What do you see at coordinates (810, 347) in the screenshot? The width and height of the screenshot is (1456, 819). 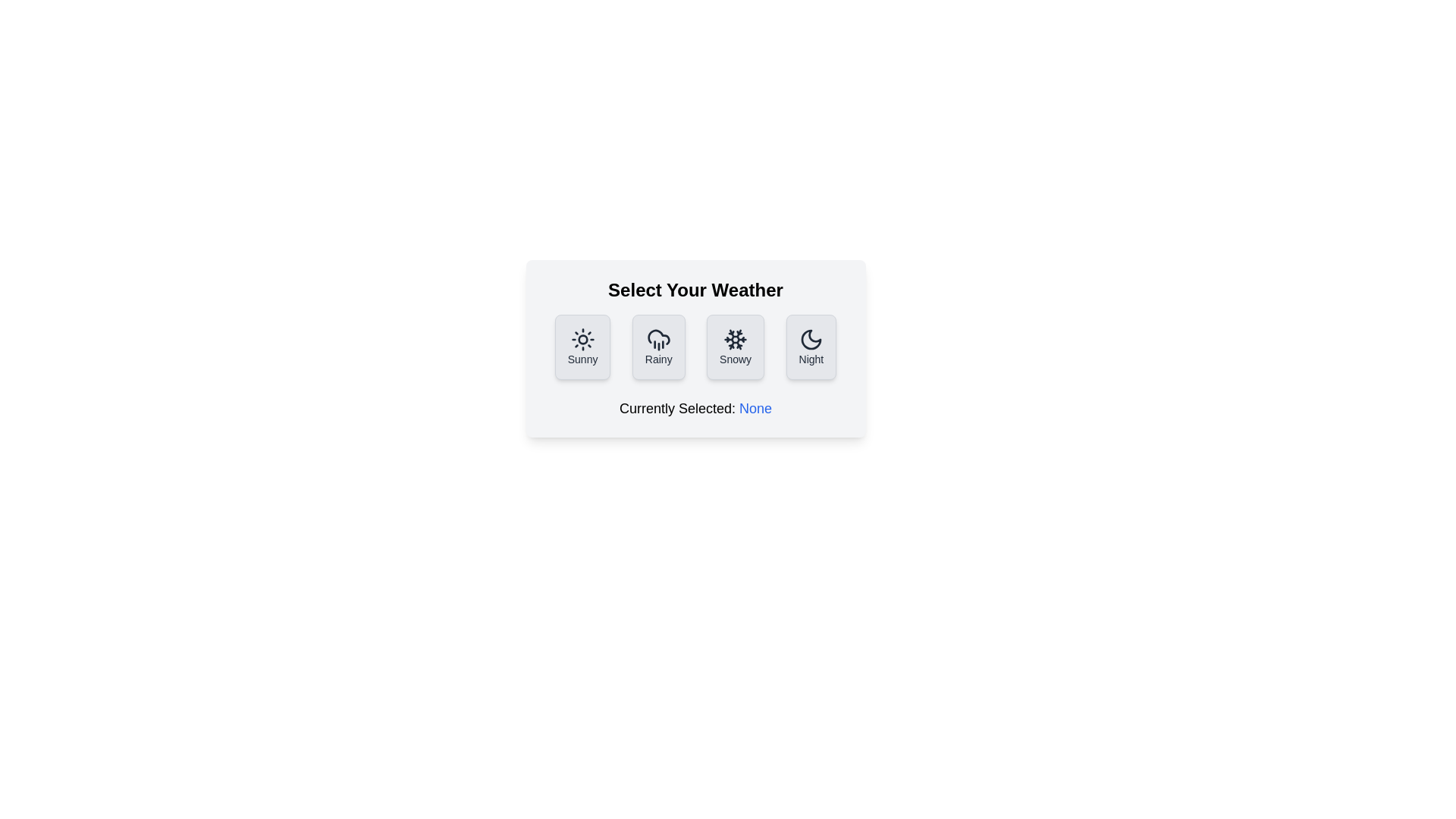 I see `the 'Night' button, which is the last button` at bounding box center [810, 347].